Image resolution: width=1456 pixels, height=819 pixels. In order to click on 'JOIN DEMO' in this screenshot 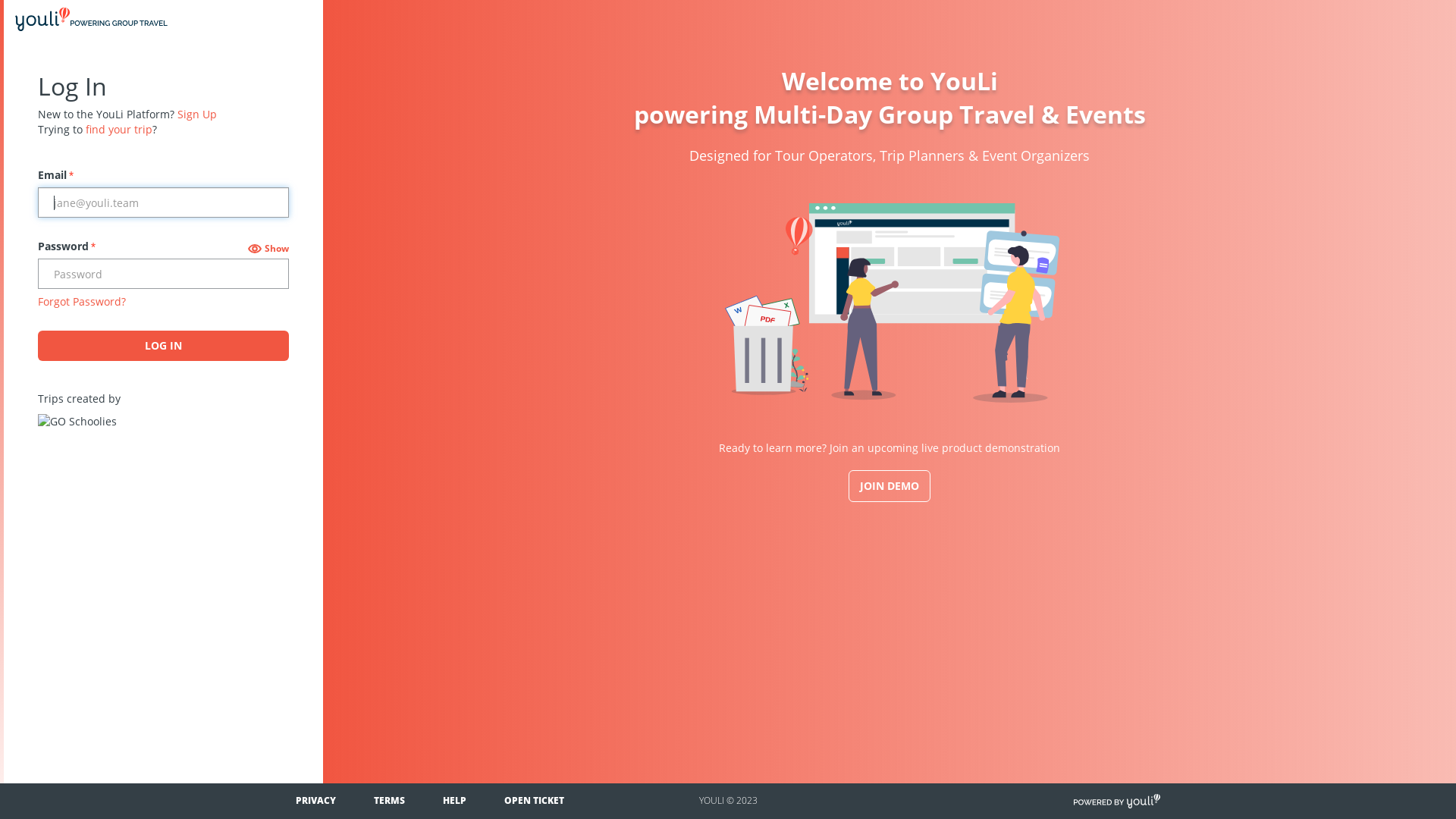, I will do `click(889, 485)`.